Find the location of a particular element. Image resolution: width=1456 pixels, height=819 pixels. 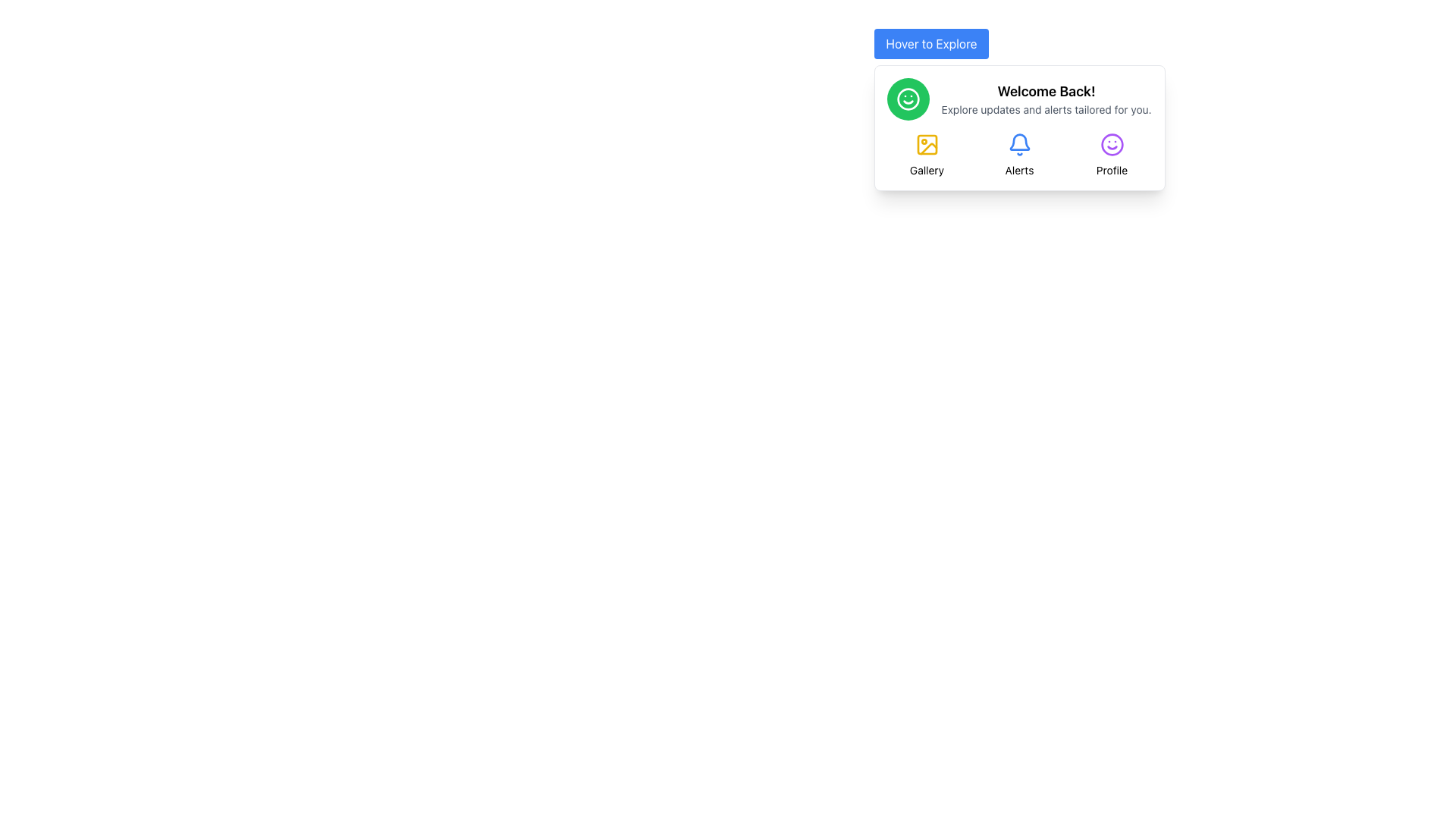

the notification panel located directly beneath the 'Hover is located at coordinates (1019, 127).